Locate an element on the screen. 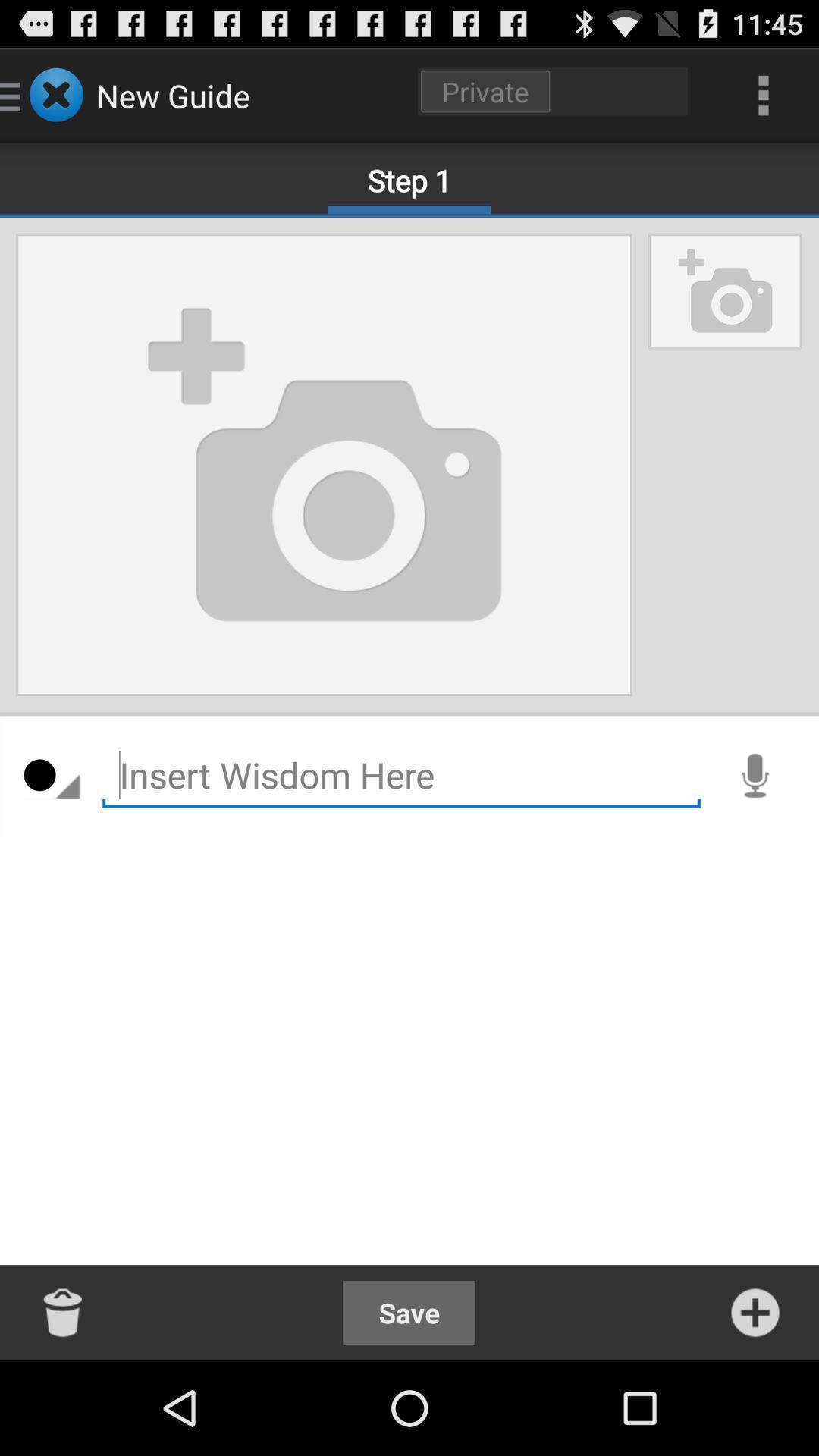  the item to the left of save is located at coordinates (63, 1312).